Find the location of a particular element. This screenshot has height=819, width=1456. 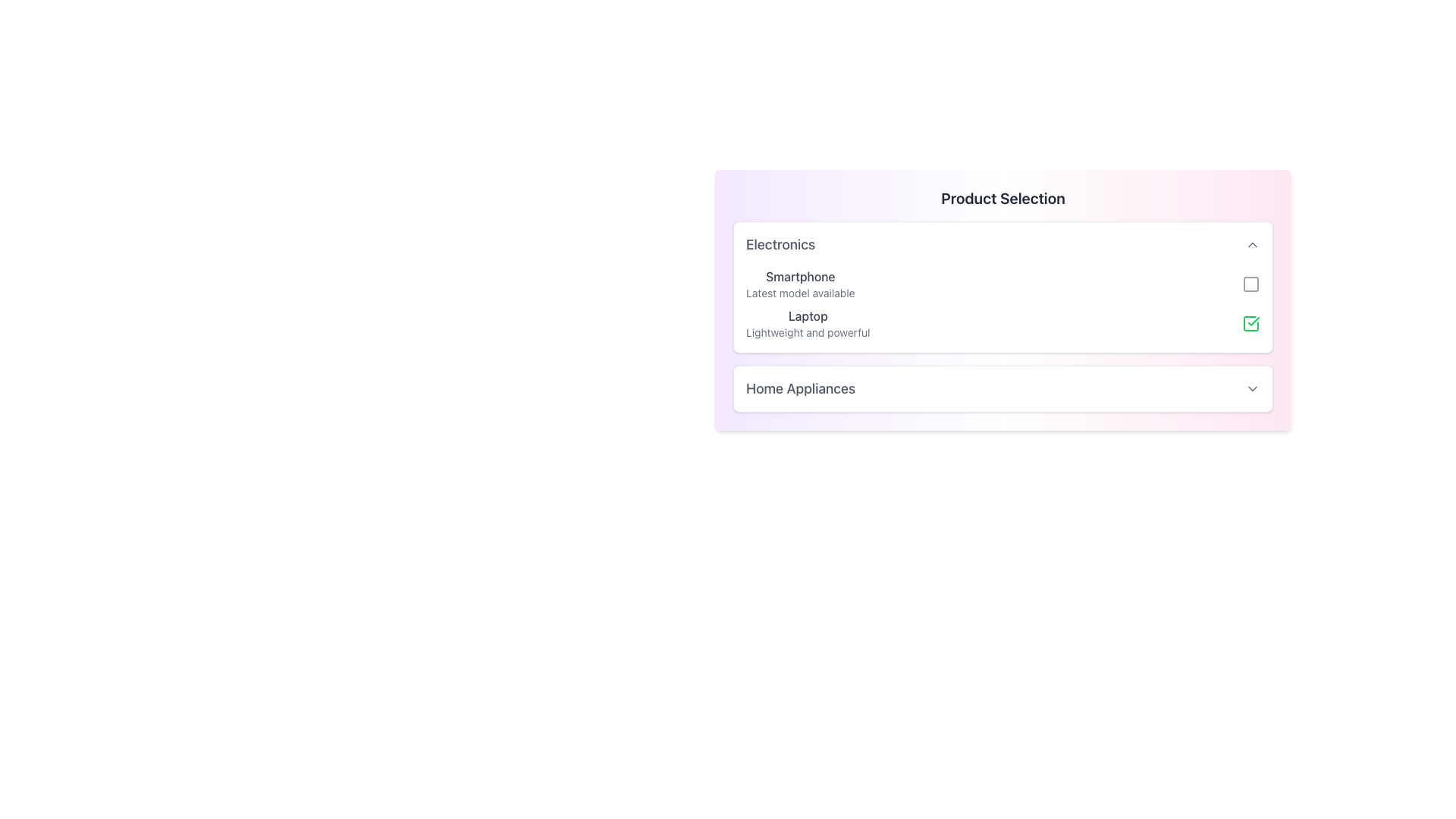

the Text Label providing availability information for the latest 'Smartphone' model, located directly below the 'Smartphone' text in the 'Electronics' section is located at coordinates (799, 293).